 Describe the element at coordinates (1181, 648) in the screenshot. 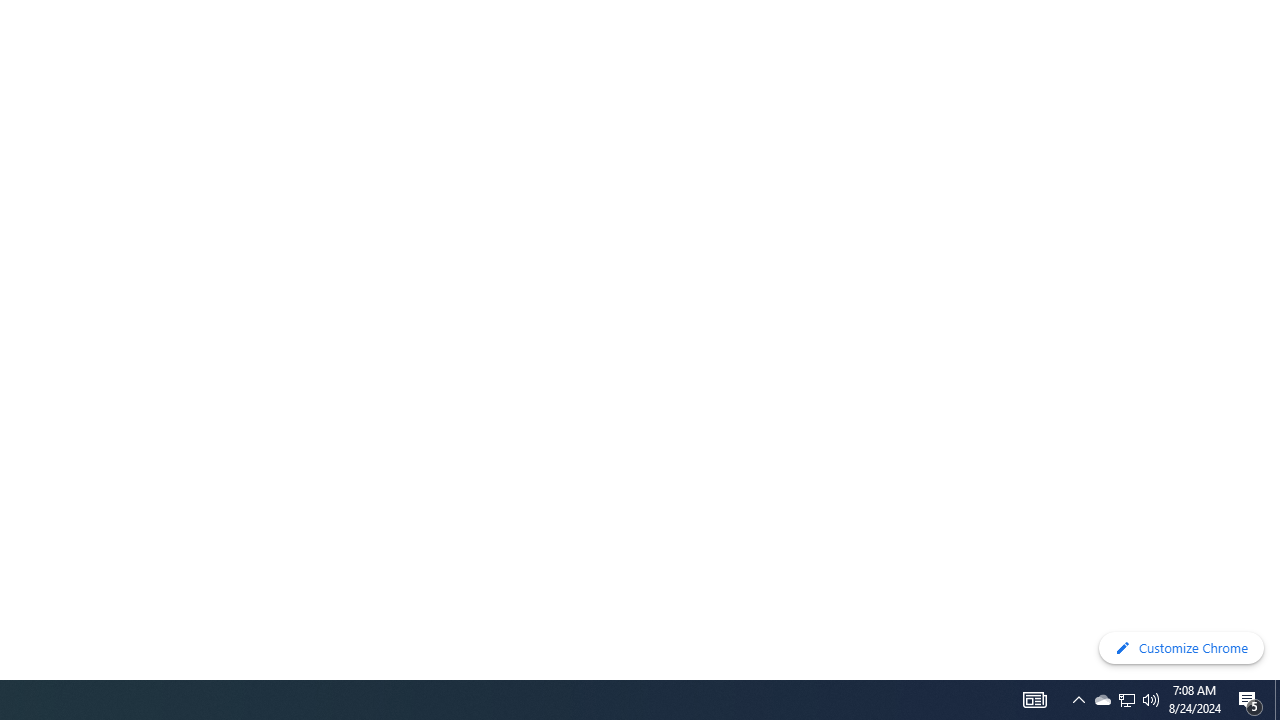

I see `'Customize Chrome'` at that location.